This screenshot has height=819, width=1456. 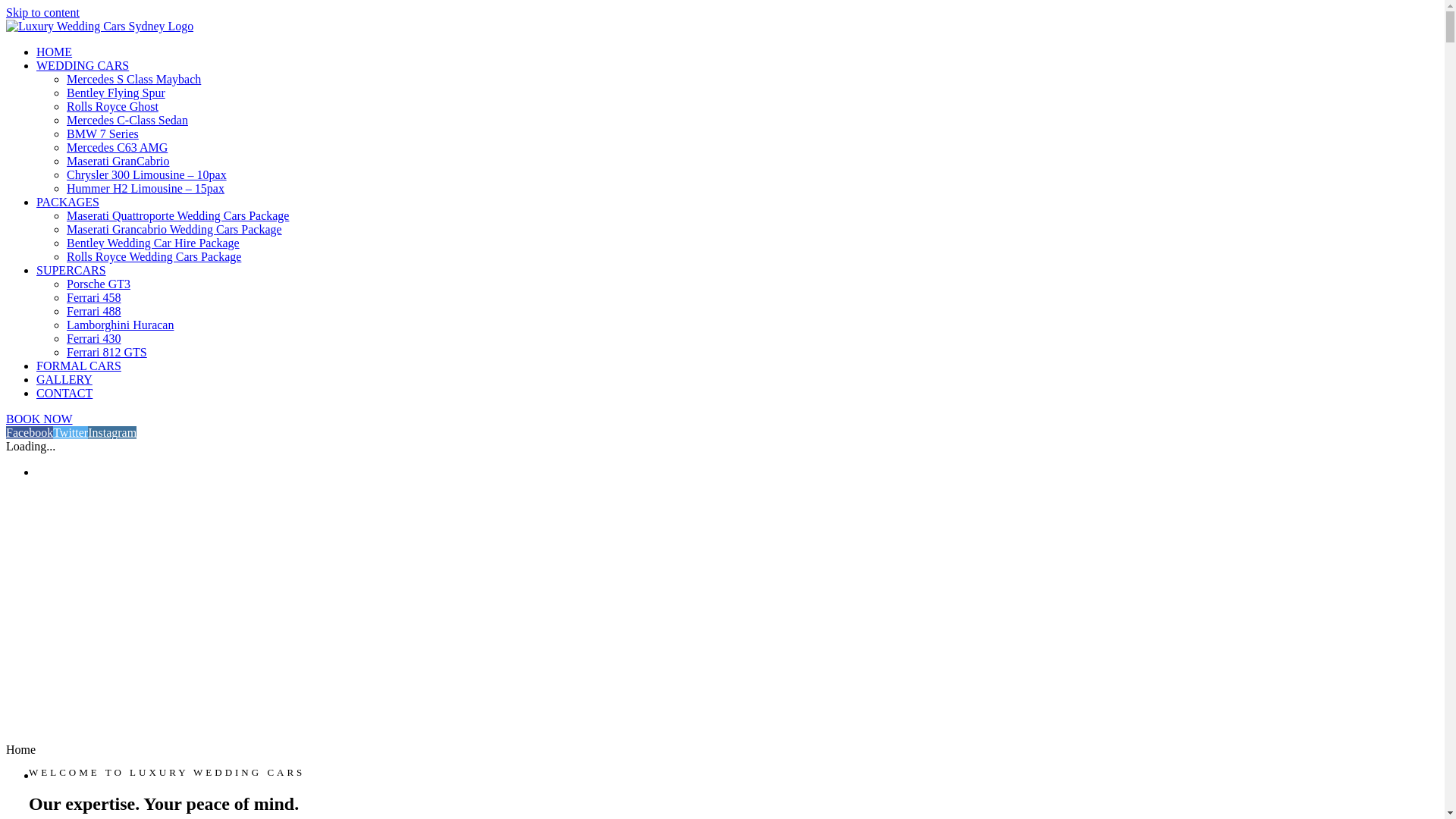 What do you see at coordinates (65, 93) in the screenshot?
I see `'Bentley Flying Spur'` at bounding box center [65, 93].